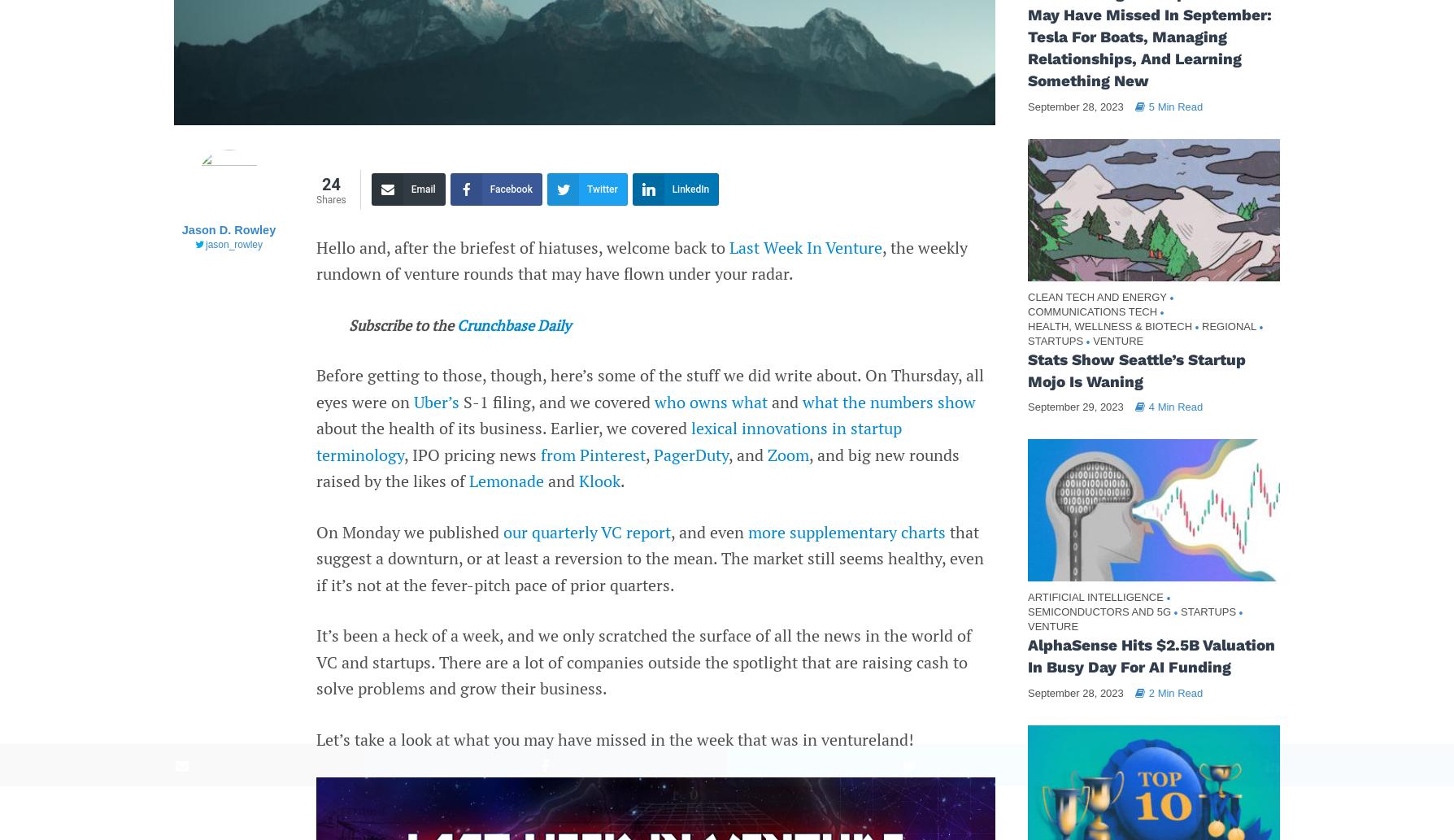 Image resolution: width=1454 pixels, height=840 pixels. What do you see at coordinates (472, 453) in the screenshot?
I see `', IPO pricing news'` at bounding box center [472, 453].